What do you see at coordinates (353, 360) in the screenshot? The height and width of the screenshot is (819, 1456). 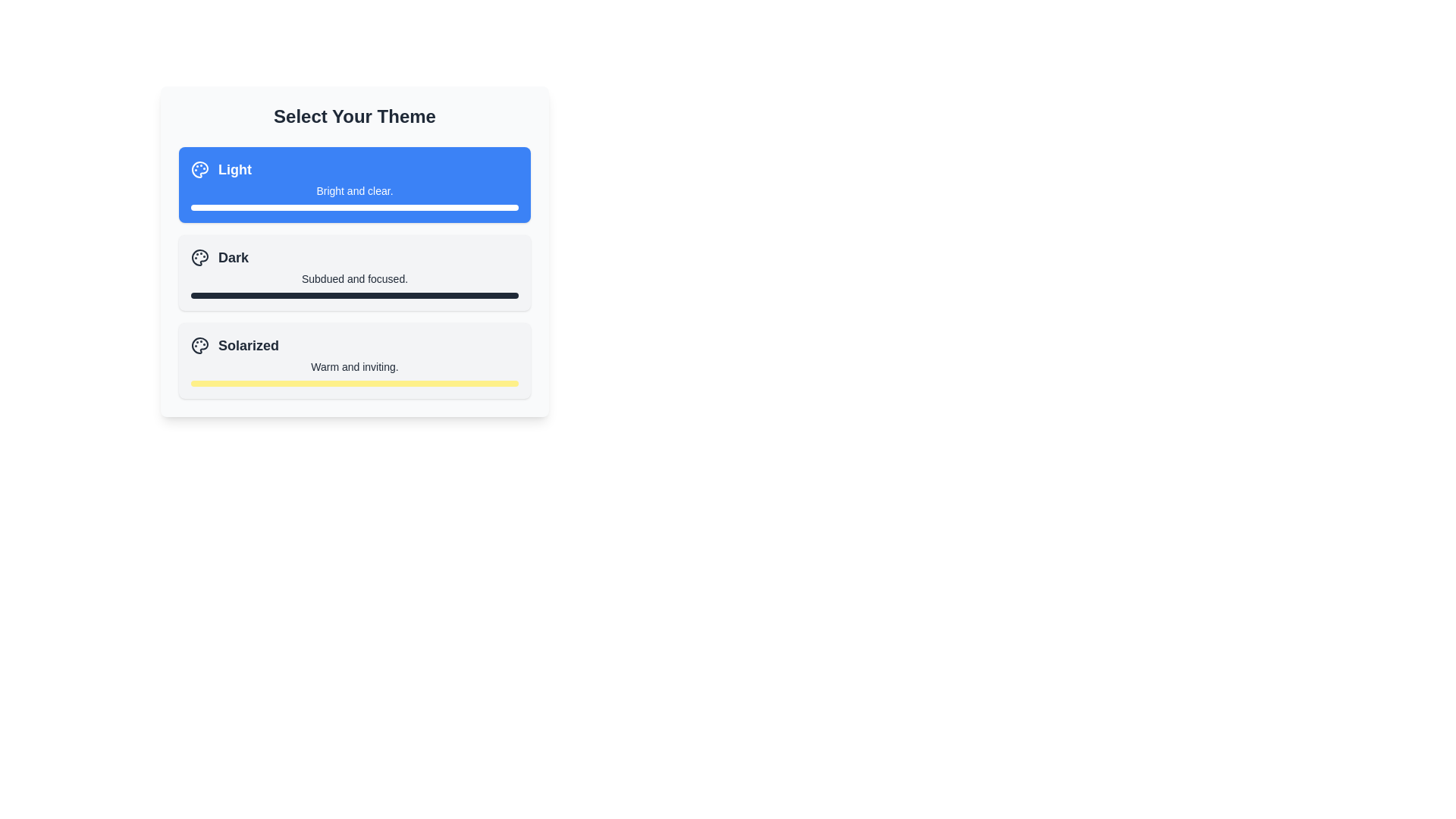 I see `the 'Solarized' theme selectable card` at bounding box center [353, 360].